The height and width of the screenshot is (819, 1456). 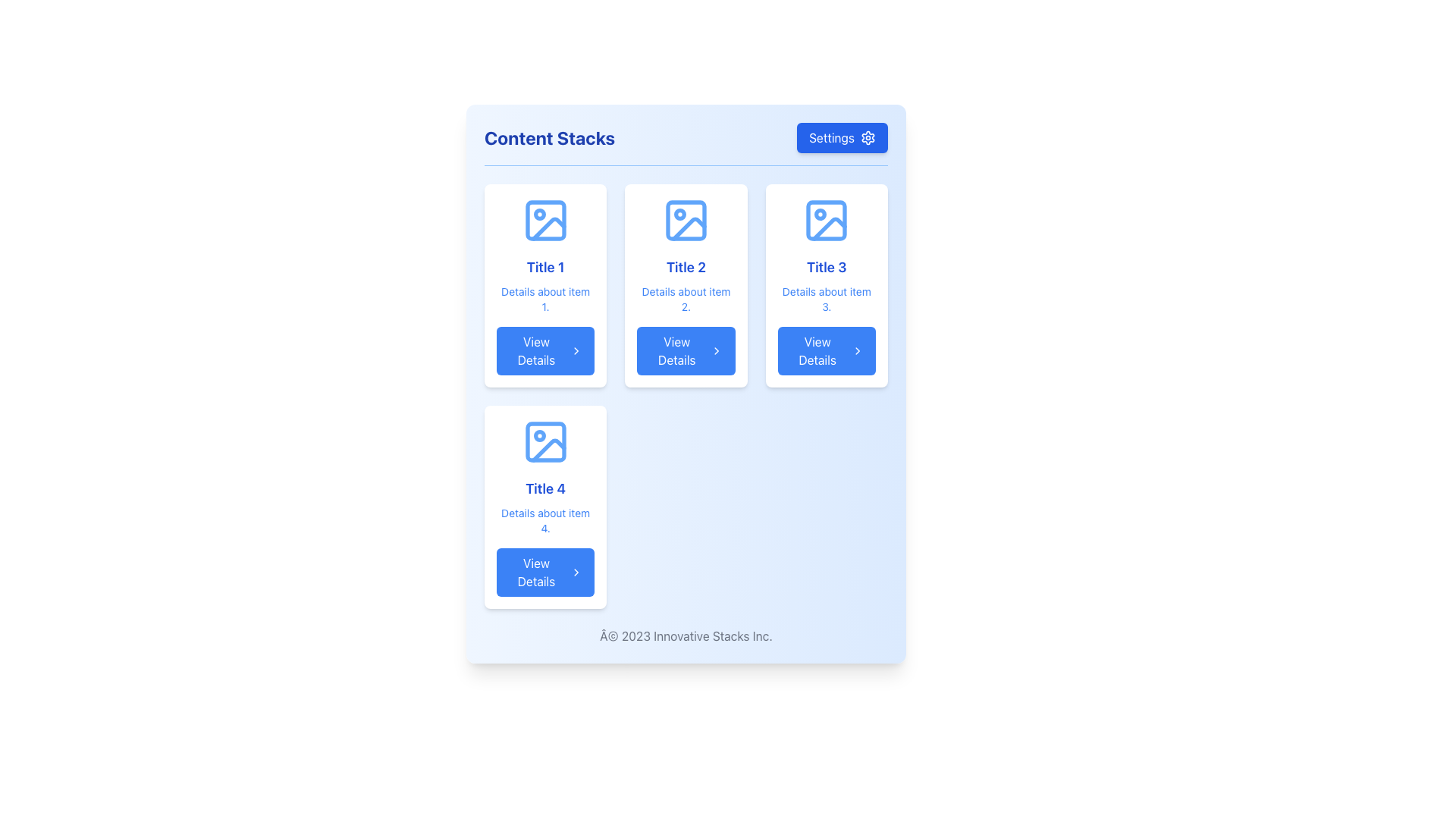 What do you see at coordinates (545, 441) in the screenshot?
I see `the icon resembling an image, which is located at the top of the card labeled 'Title 4' in the second row of content cards` at bounding box center [545, 441].